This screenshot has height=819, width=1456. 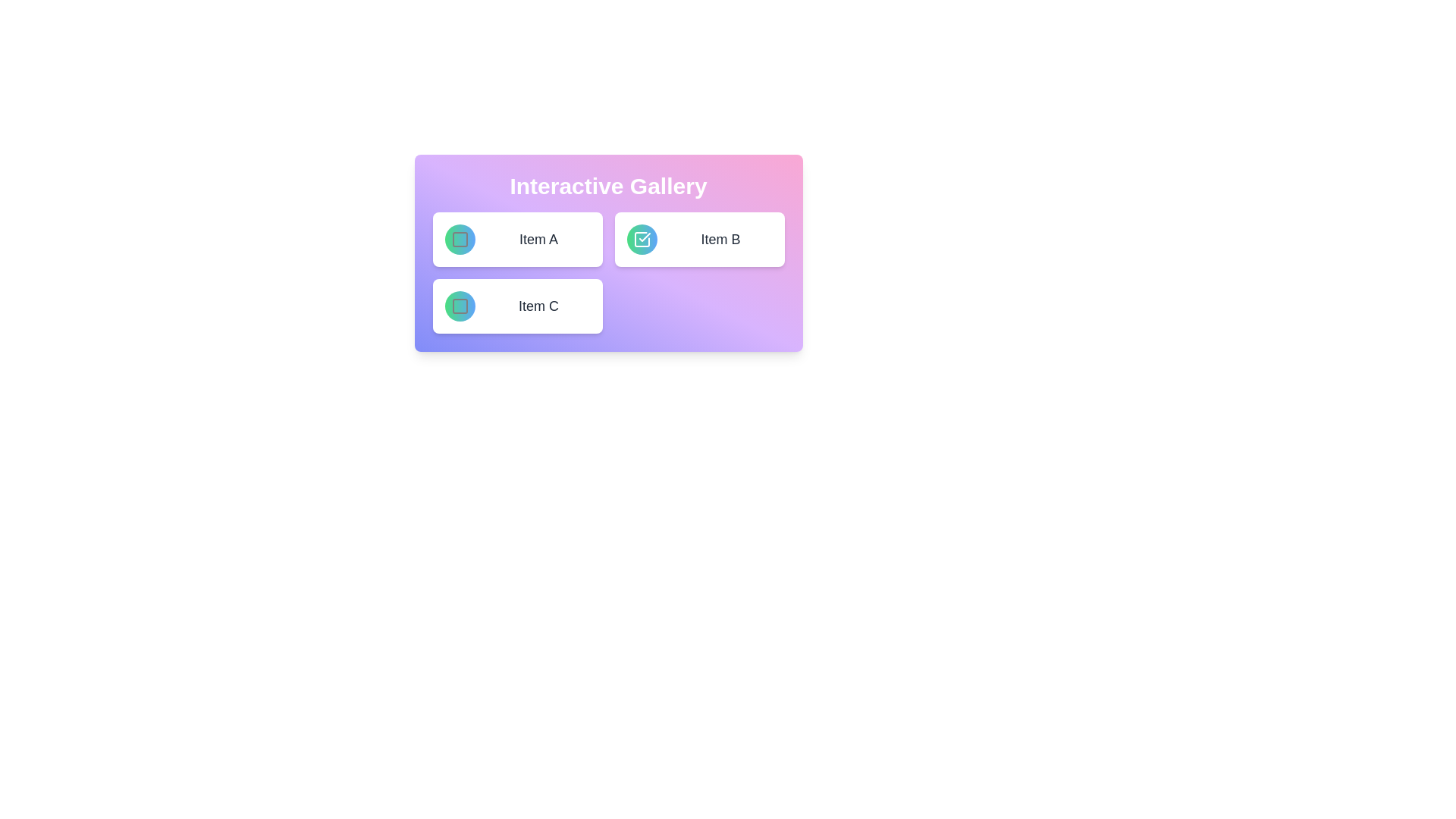 I want to click on the circular button with a gradient background transitioning from green to blue, located to the far left of the top row associated with 'Item A', adjacent to the text label 'Item A', so click(x=459, y=239).